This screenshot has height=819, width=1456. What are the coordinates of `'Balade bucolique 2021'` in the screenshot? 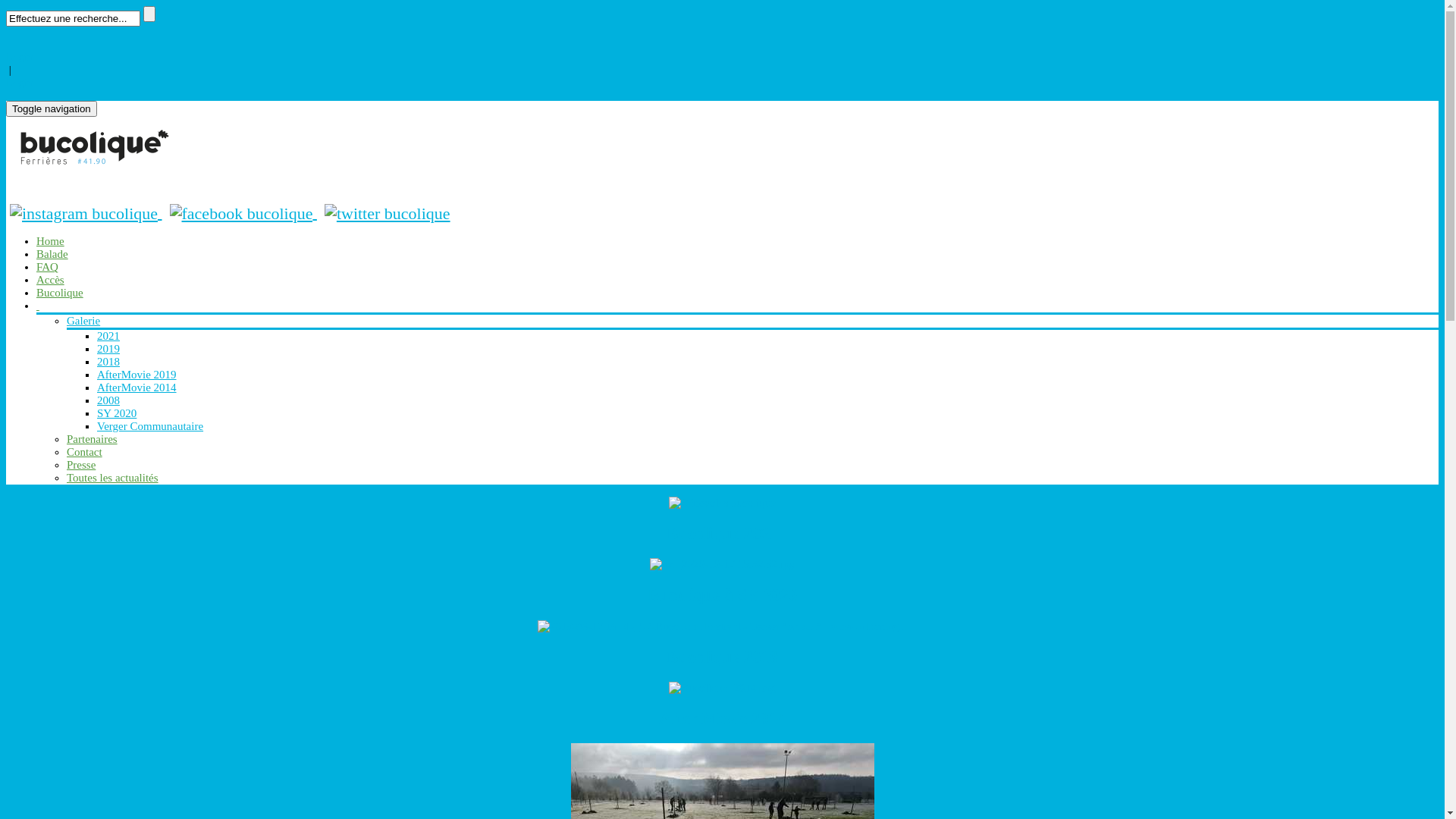 It's located at (721, 502).